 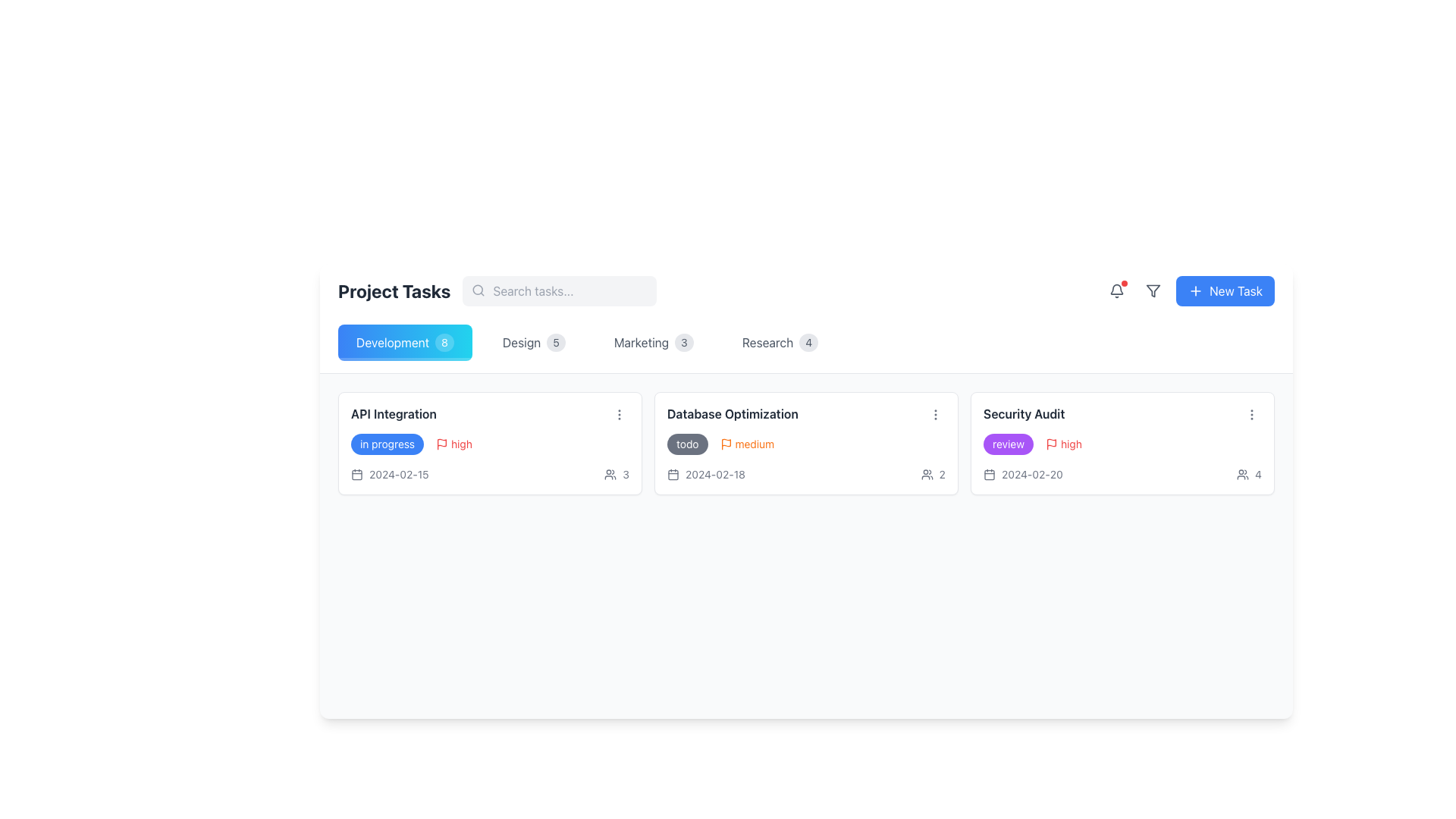 What do you see at coordinates (654, 342) in the screenshot?
I see `the 'Marketing' button, which is the third button from the left in a group of four buttons labeled 'Development', 'Design', 'Marketing', and 'Research'` at bounding box center [654, 342].